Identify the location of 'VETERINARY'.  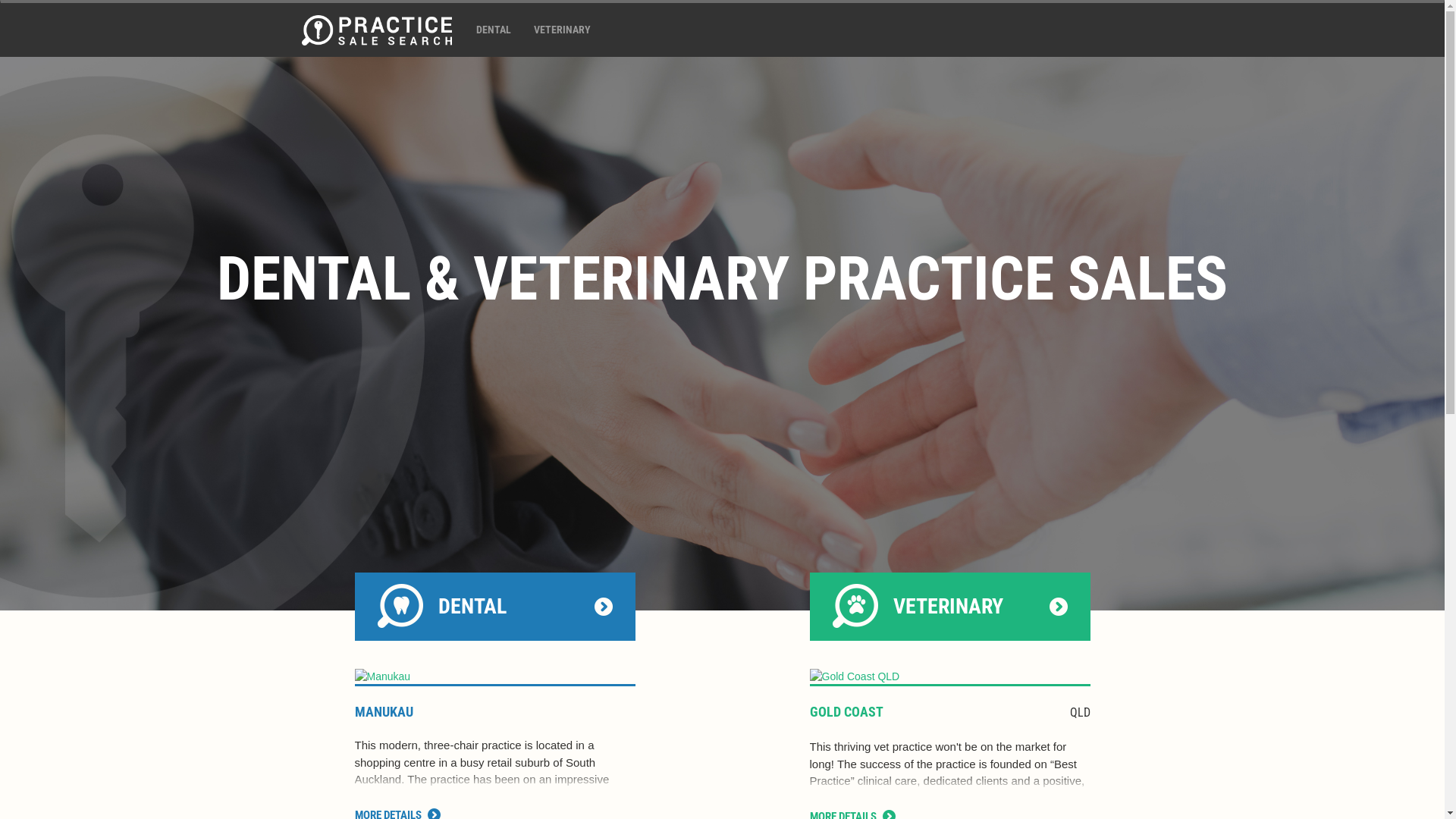
(560, 29).